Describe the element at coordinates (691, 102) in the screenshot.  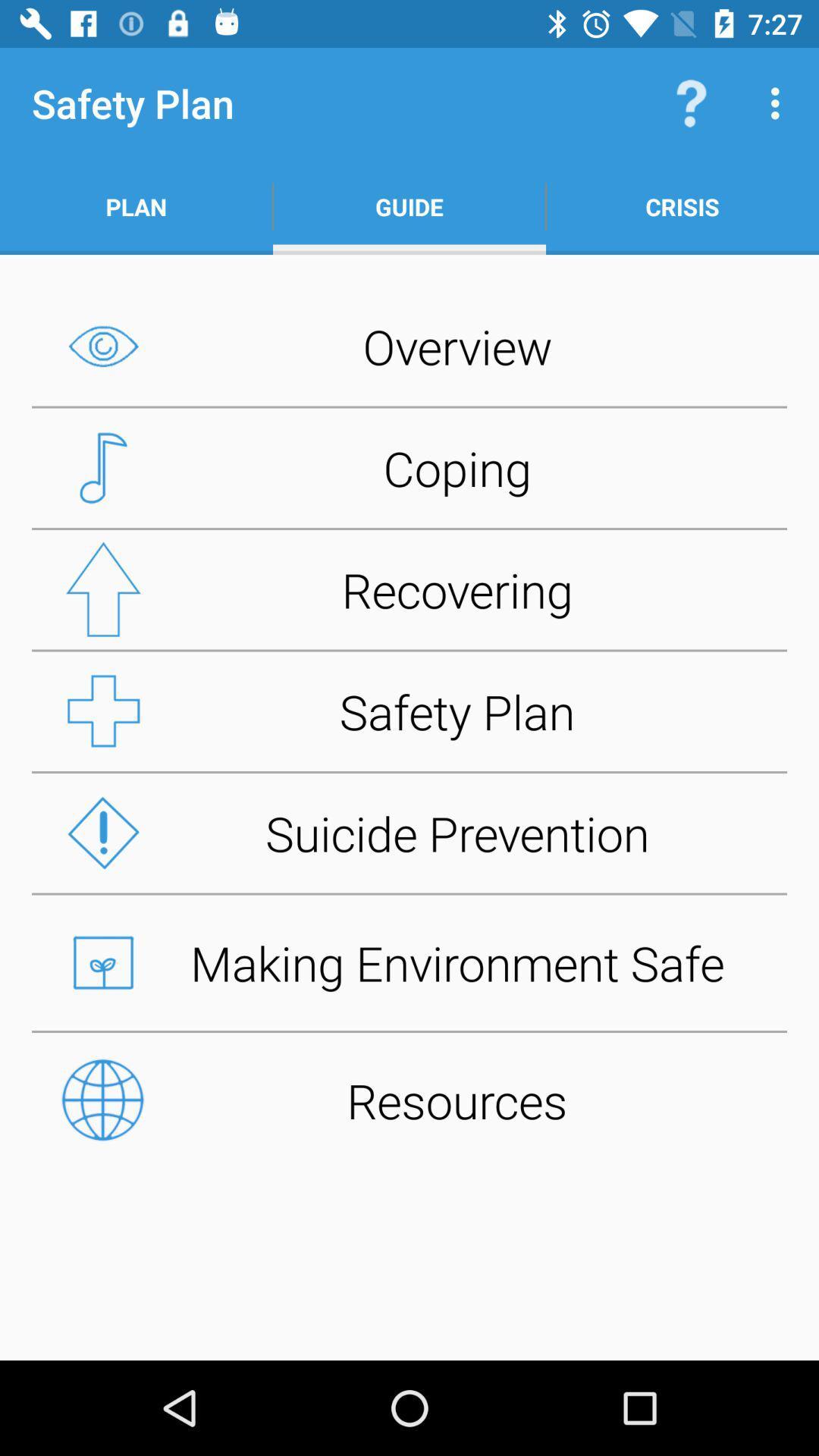
I see `the icon above the crisis item` at that location.